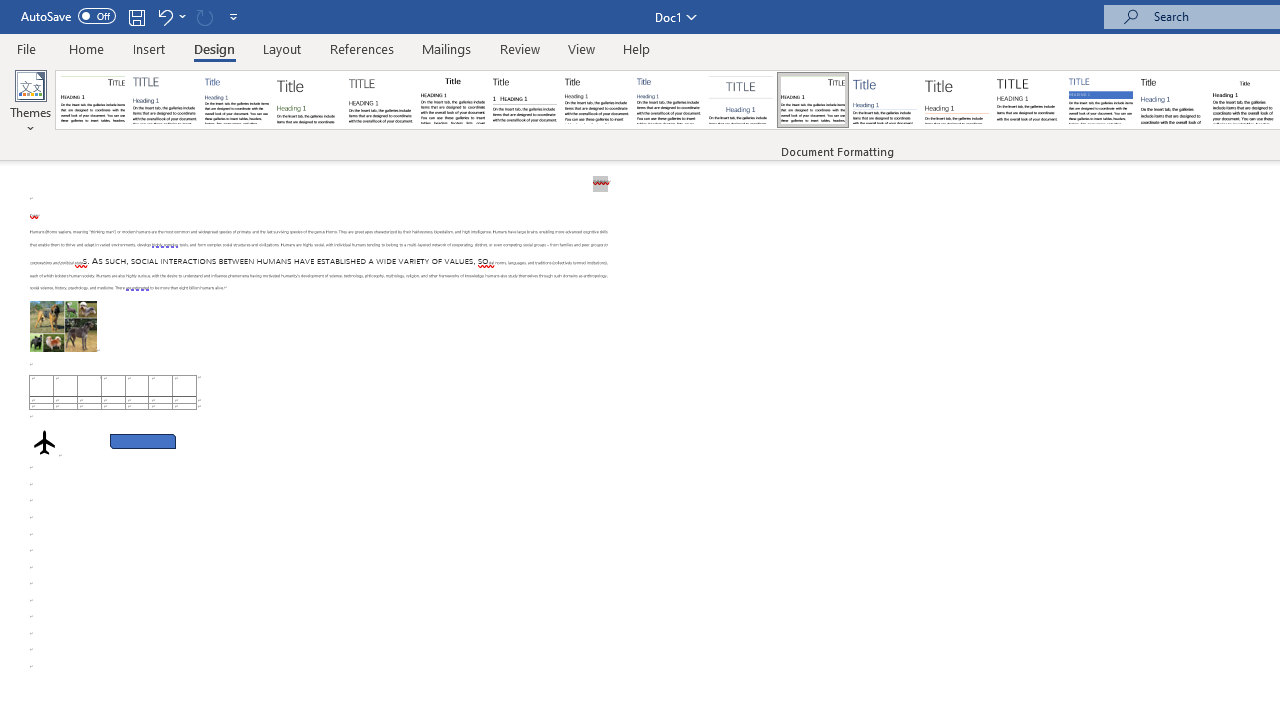 The image size is (1280, 720). I want to click on 'Minimalist', so click(1029, 100).